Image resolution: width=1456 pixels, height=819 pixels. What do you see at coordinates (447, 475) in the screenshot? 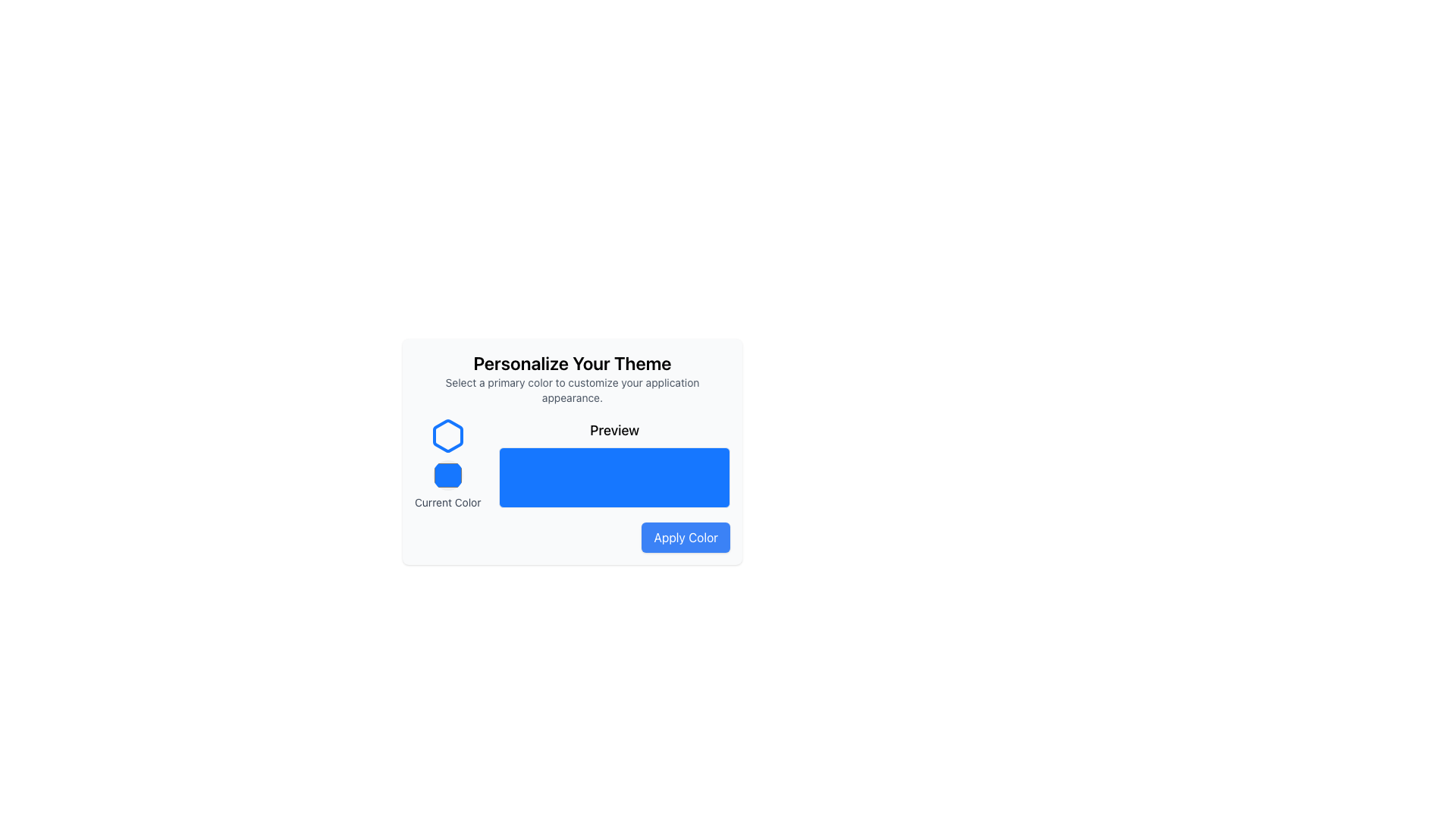
I see `the blue selection button located in the 'Current Color' section` at bounding box center [447, 475].